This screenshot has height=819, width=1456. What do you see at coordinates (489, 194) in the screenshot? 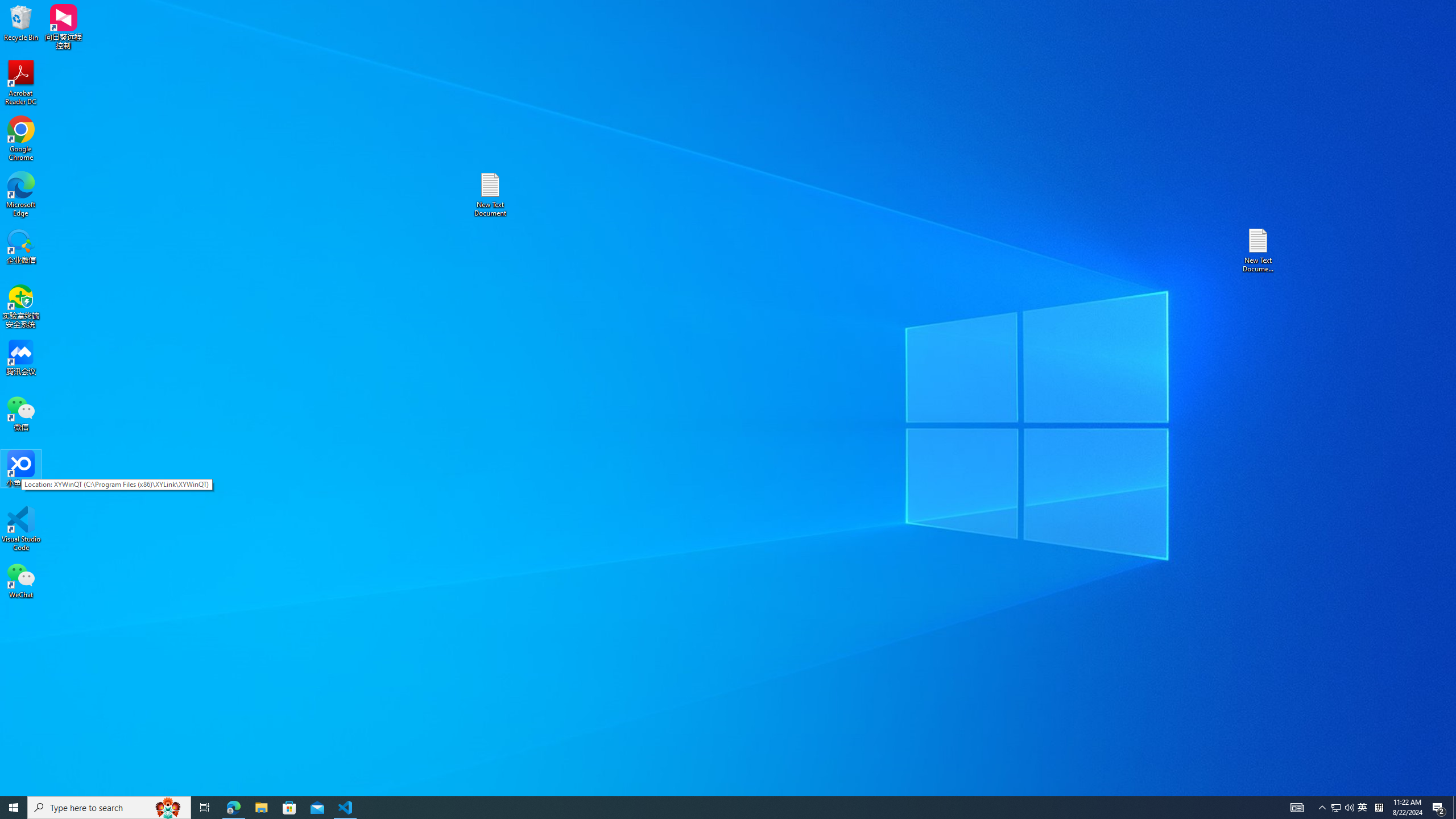
I see `'New Text Document'` at bounding box center [489, 194].